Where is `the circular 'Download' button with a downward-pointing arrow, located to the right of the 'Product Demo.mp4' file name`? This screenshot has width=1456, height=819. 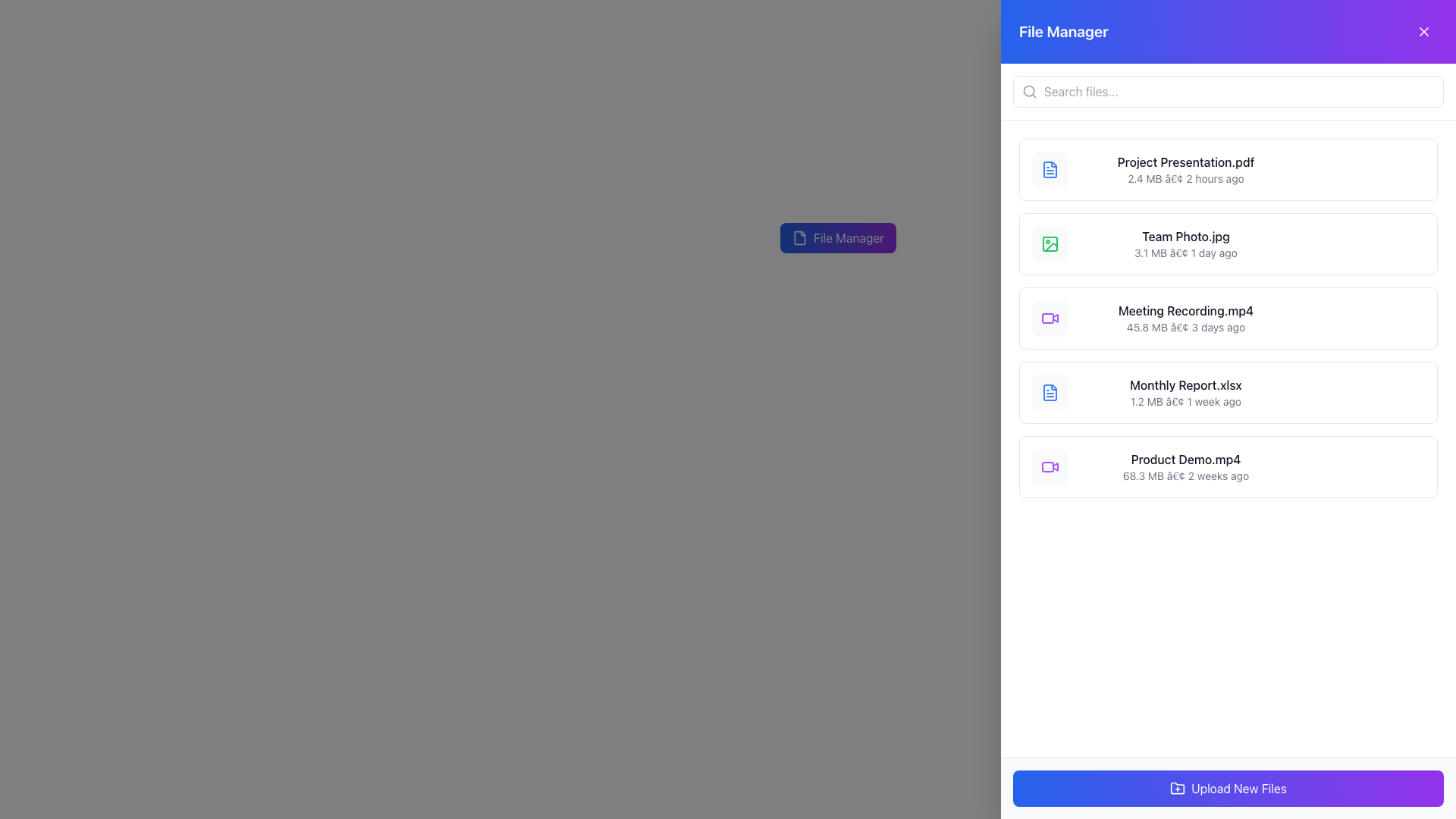 the circular 'Download' button with a downward-pointing arrow, located to the right of the 'Product Demo.mp4' file name is located at coordinates (1348, 466).